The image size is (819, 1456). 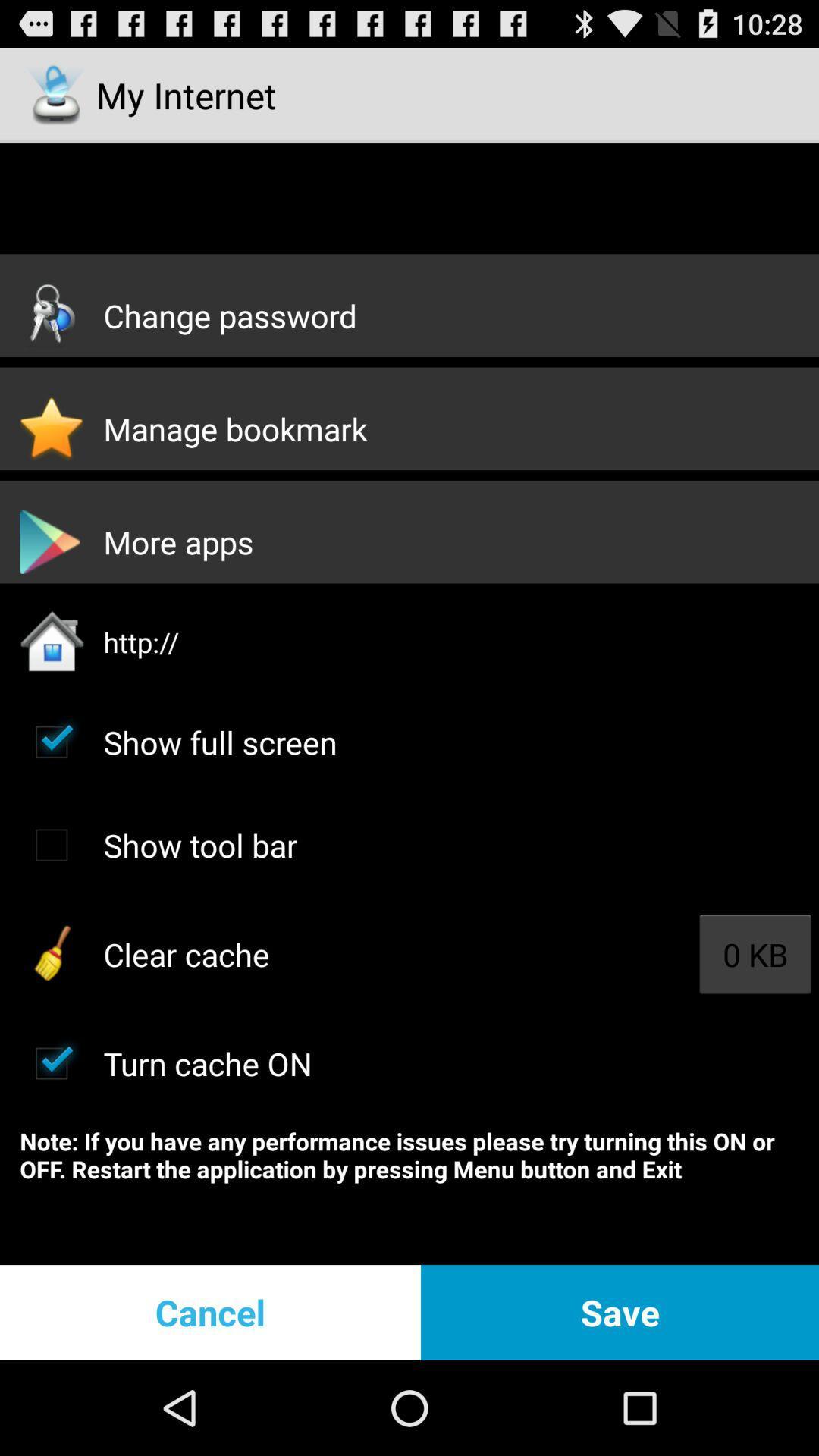 What do you see at coordinates (51, 742) in the screenshot?
I see `full screen toggle` at bounding box center [51, 742].